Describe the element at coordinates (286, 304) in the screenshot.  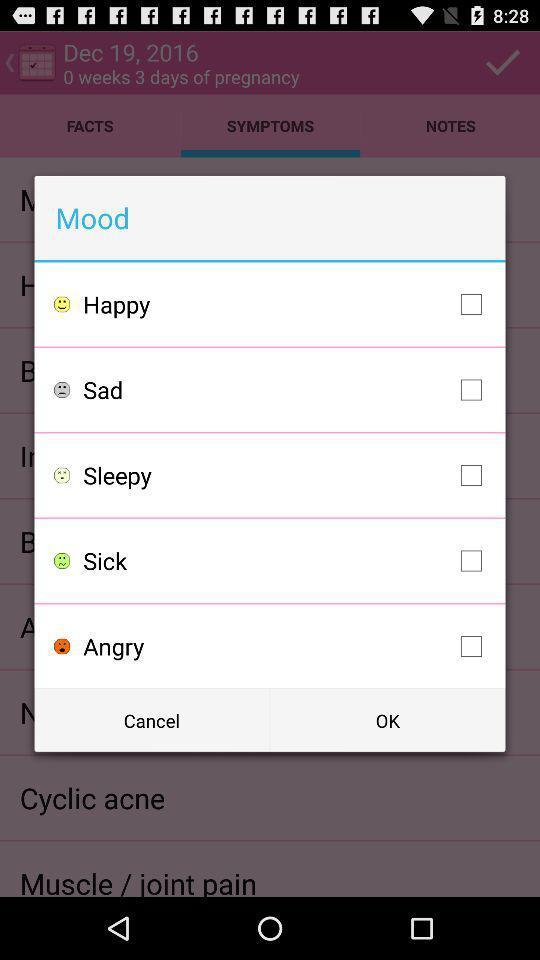
I see `the icon above sad icon` at that location.